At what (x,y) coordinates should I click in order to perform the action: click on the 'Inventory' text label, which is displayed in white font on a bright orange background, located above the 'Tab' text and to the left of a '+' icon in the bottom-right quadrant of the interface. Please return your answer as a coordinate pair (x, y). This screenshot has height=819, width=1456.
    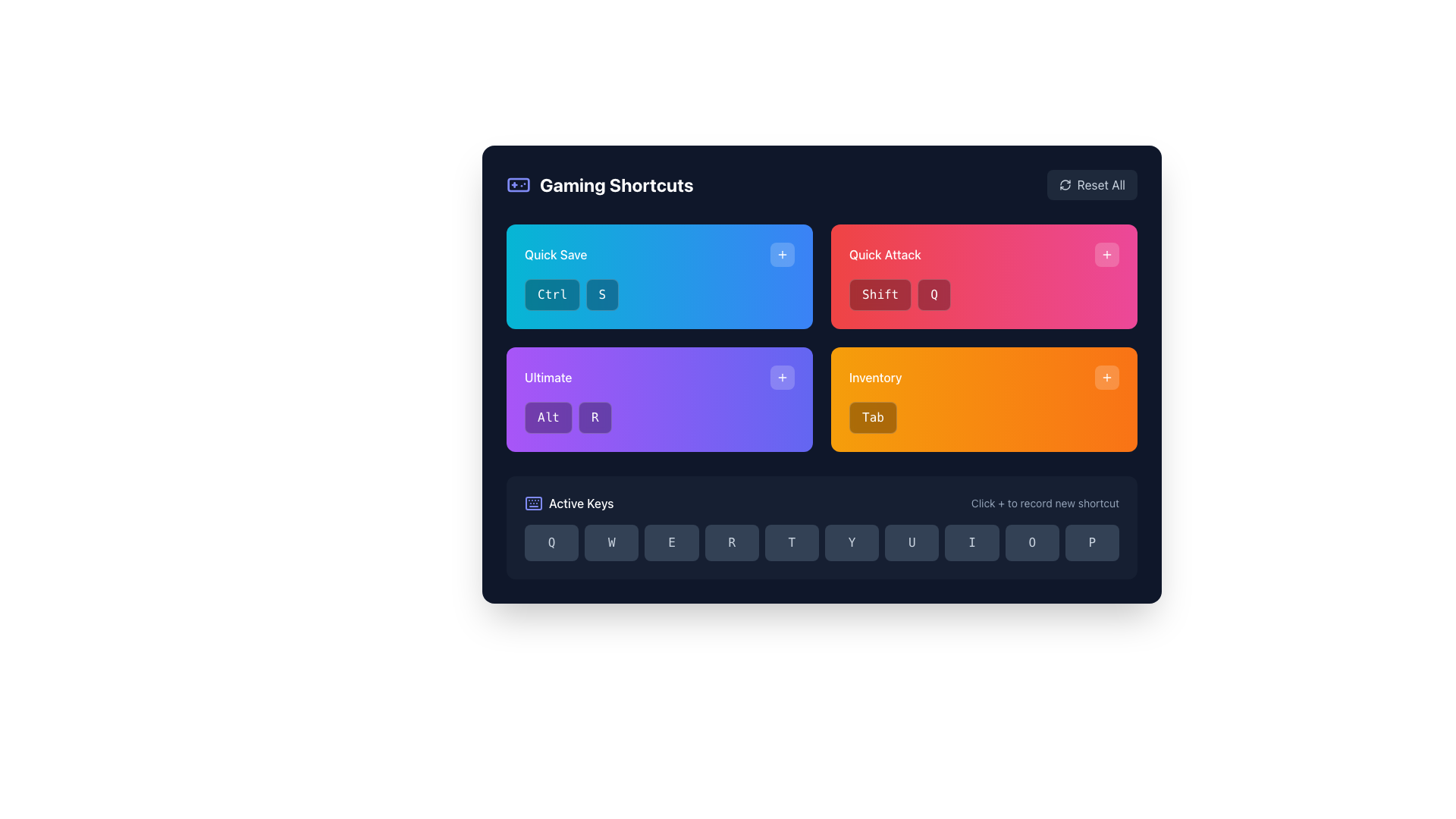
    Looking at the image, I should click on (875, 376).